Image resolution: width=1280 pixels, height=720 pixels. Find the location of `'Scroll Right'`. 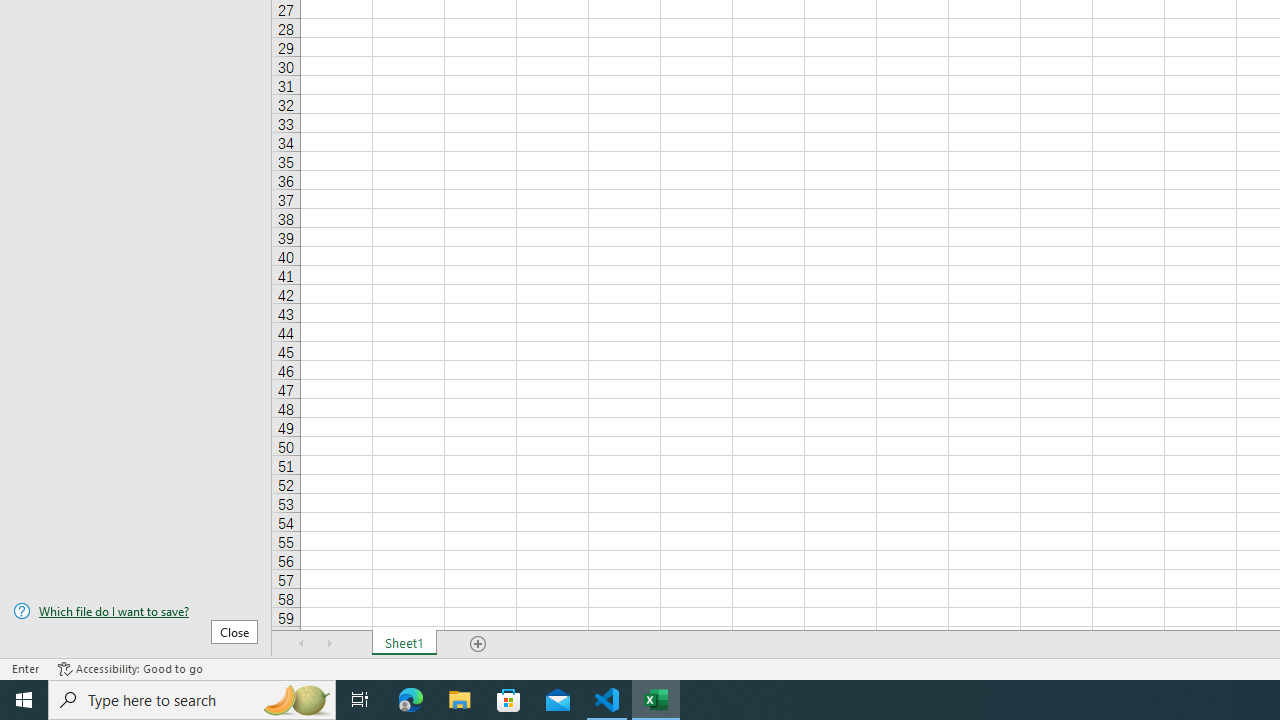

'Scroll Right' is located at coordinates (330, 644).